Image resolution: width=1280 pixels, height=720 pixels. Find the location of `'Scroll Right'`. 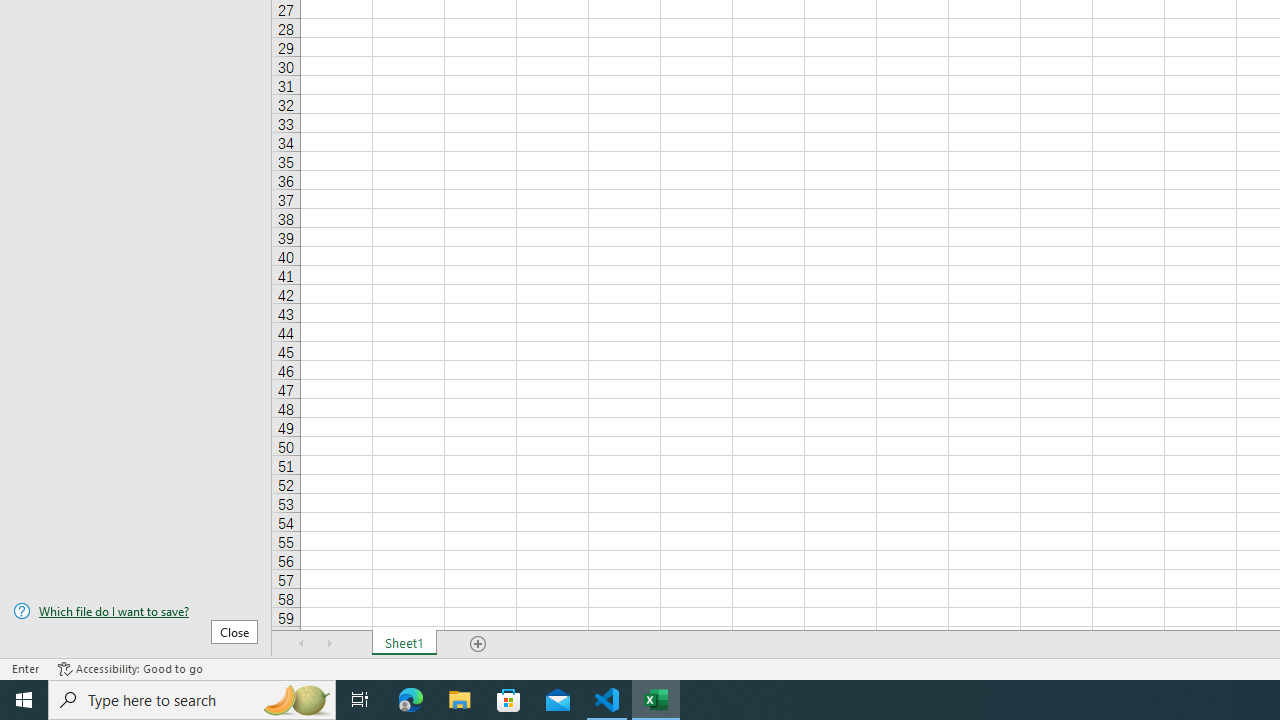

'Scroll Right' is located at coordinates (330, 644).